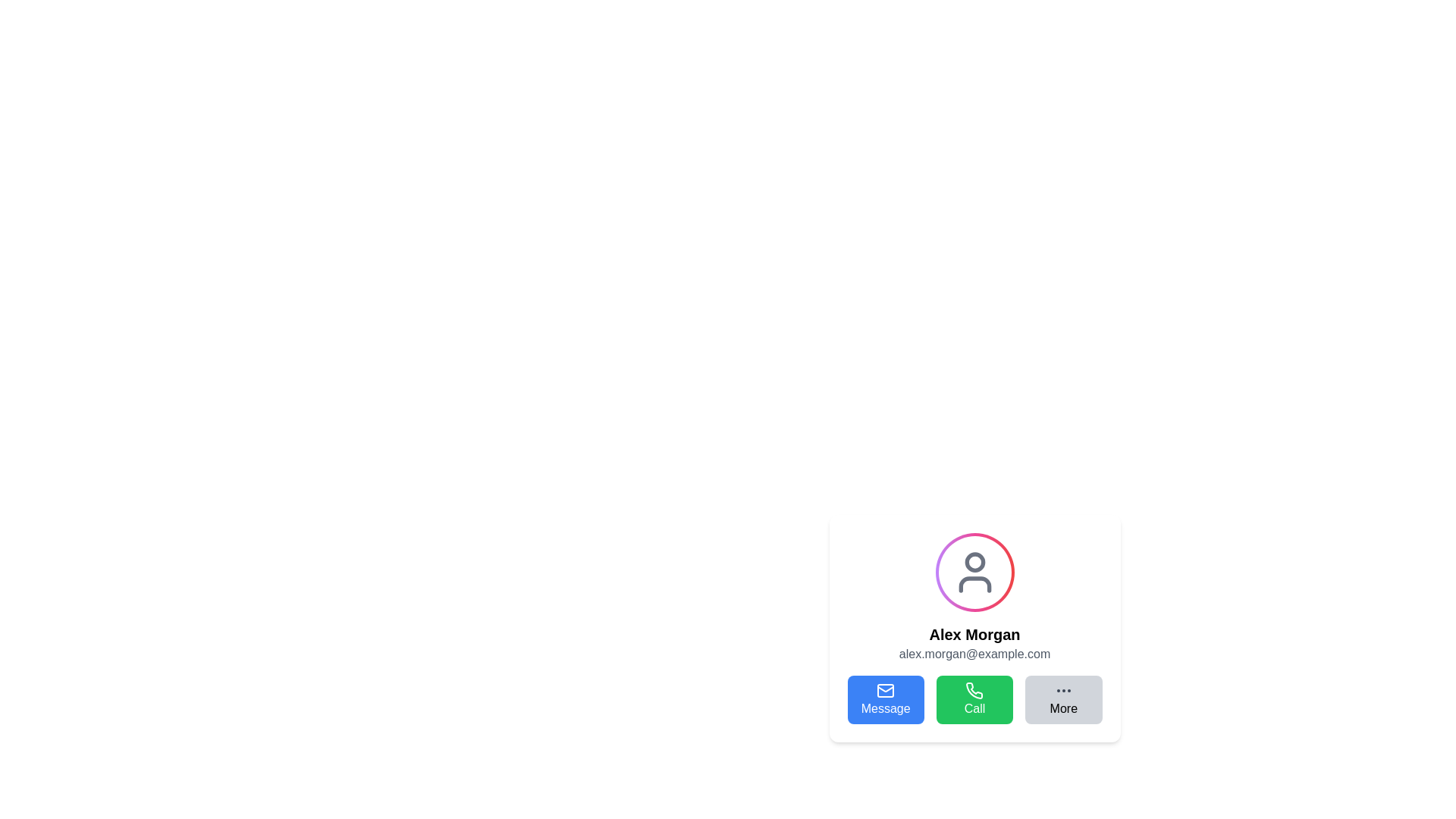 The width and height of the screenshot is (1456, 819). I want to click on the text label displaying the name 'Alex Morgan', which is located centrally above the email address 'alex.morgan@example.com' and directly below the avatar image, so click(974, 635).